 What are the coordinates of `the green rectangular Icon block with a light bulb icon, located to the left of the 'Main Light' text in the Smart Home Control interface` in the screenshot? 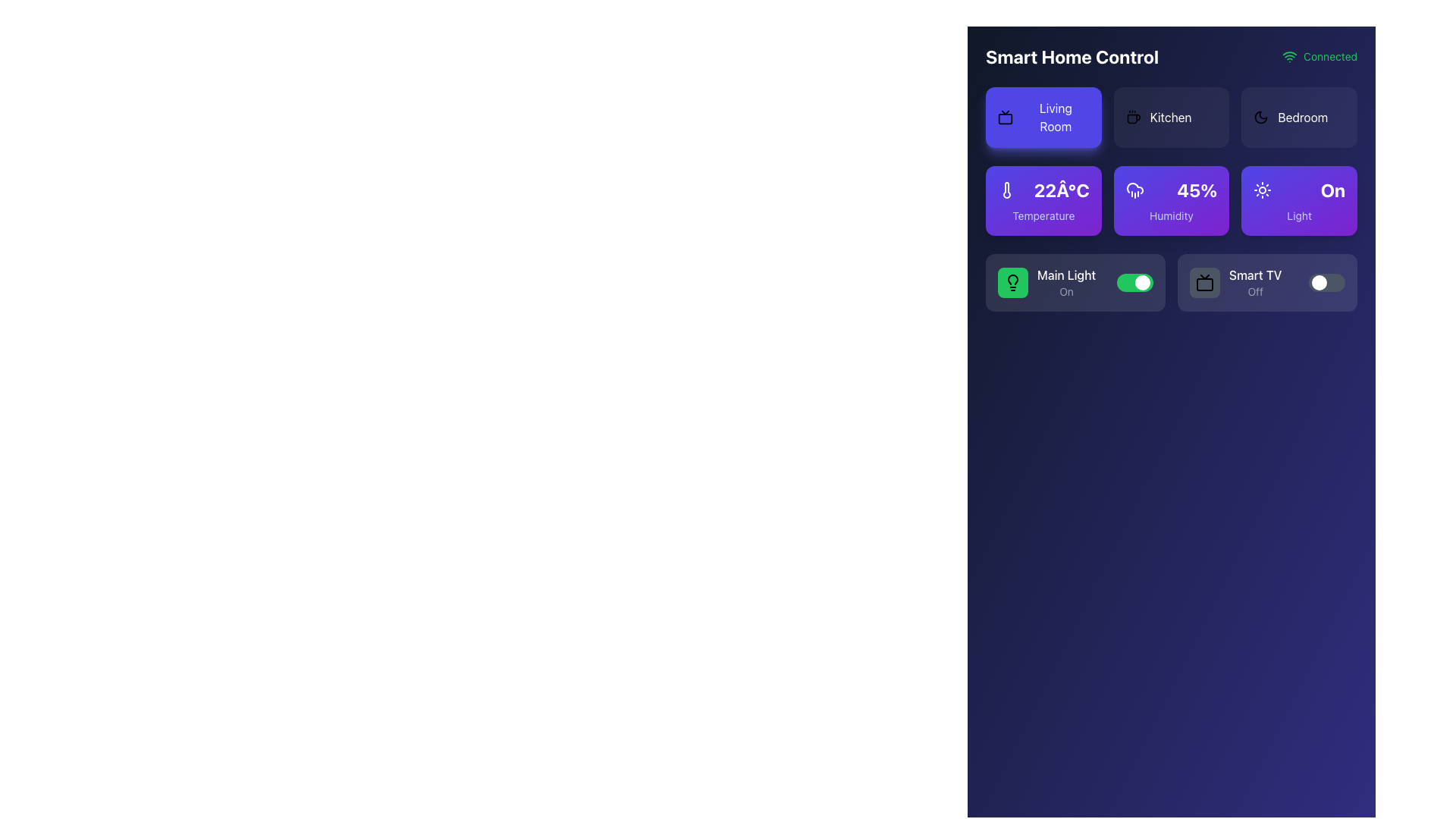 It's located at (1012, 283).